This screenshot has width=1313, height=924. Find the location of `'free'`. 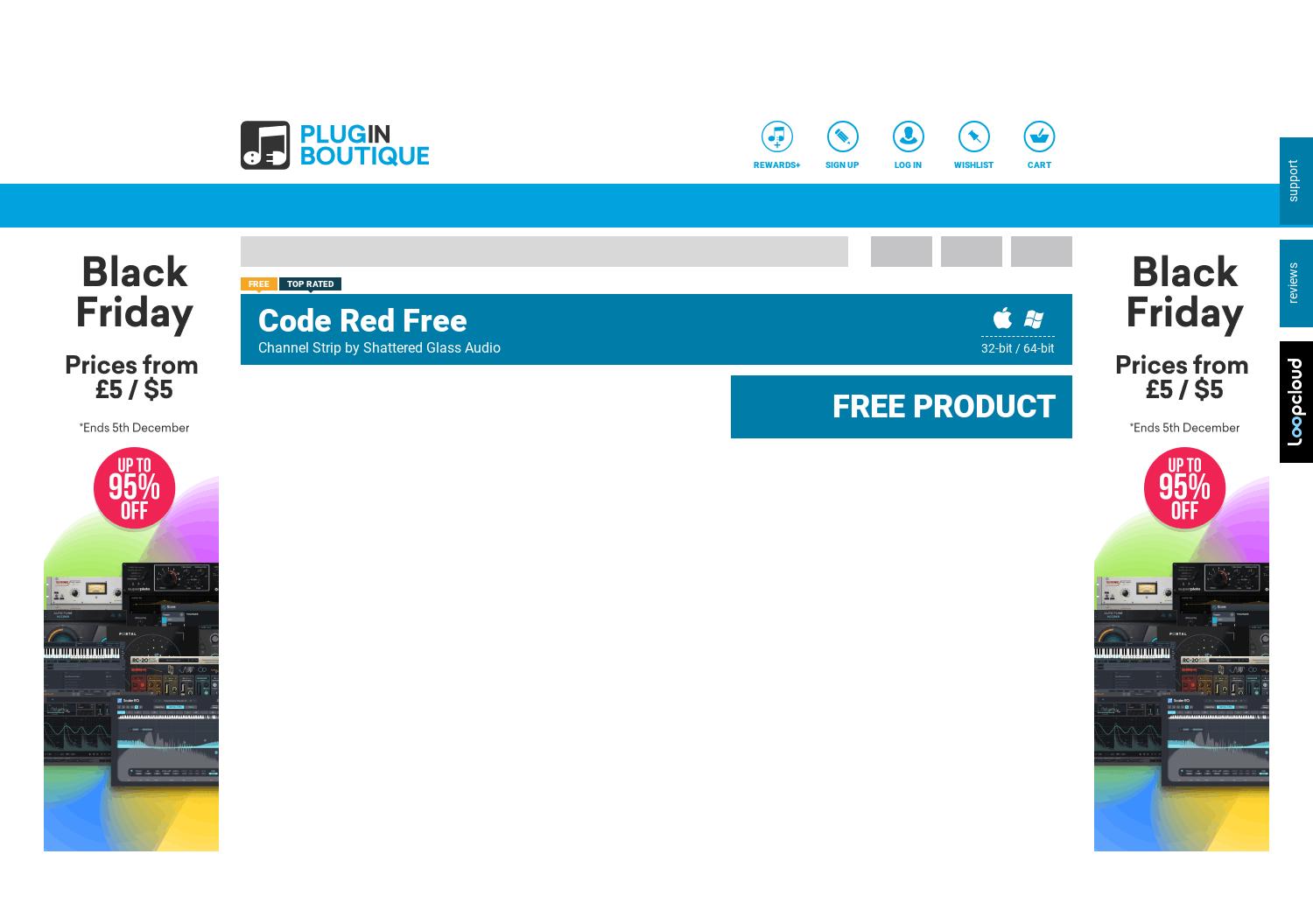

'free' is located at coordinates (258, 283).